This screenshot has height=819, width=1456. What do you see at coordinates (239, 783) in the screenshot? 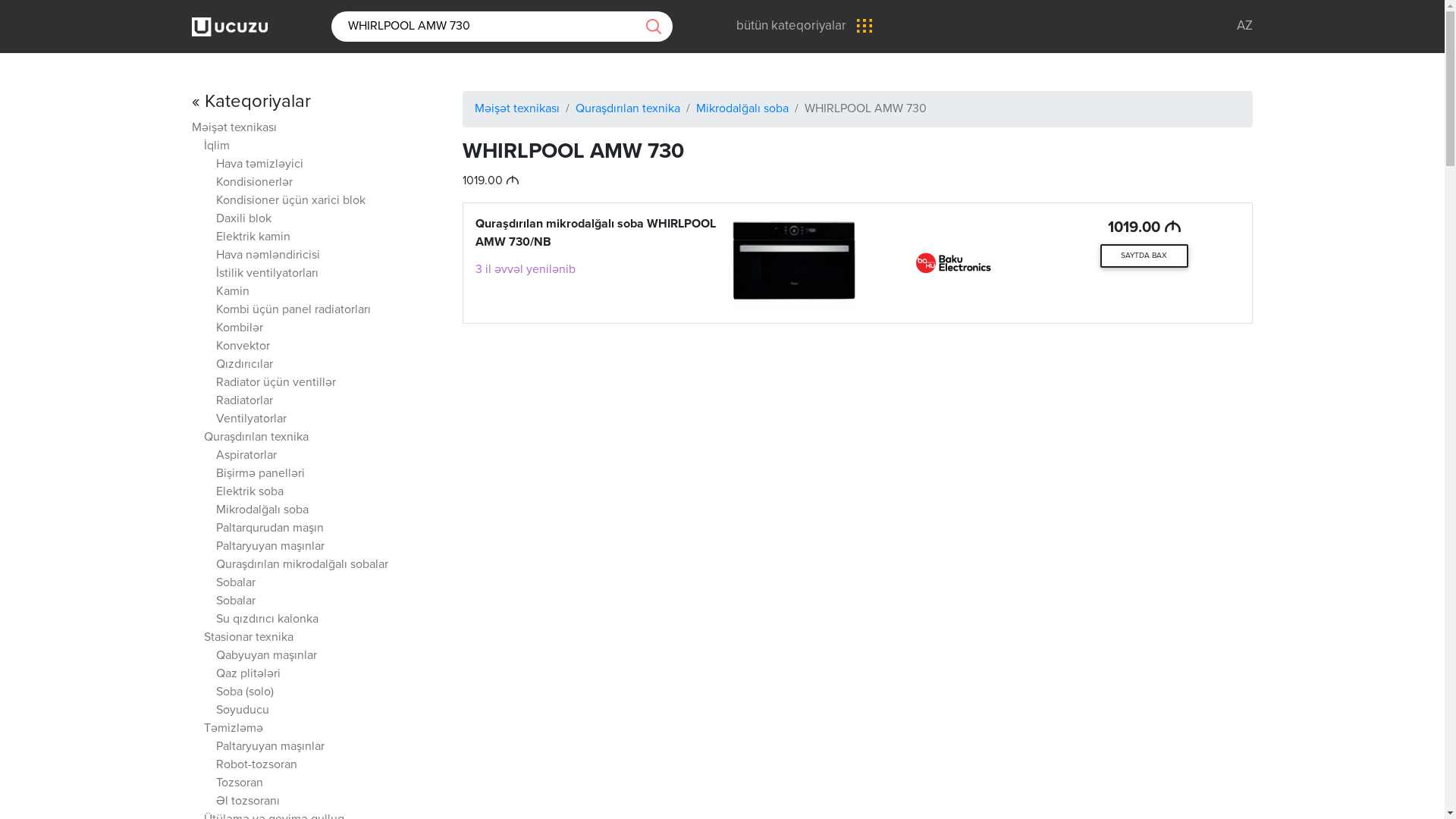
I see `'Tozsoran'` at bounding box center [239, 783].